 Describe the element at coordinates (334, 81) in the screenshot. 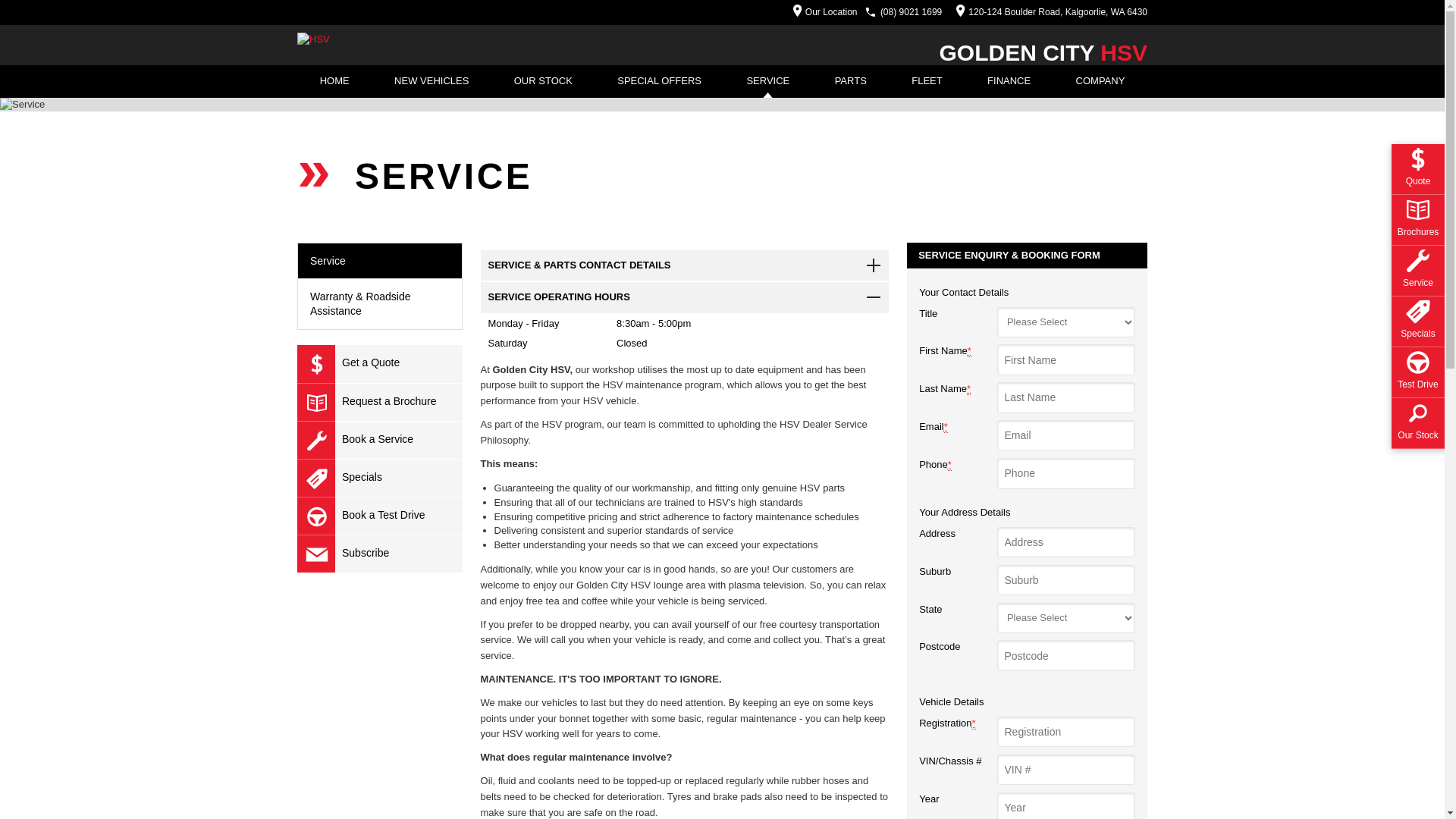

I see `'HOME'` at that location.